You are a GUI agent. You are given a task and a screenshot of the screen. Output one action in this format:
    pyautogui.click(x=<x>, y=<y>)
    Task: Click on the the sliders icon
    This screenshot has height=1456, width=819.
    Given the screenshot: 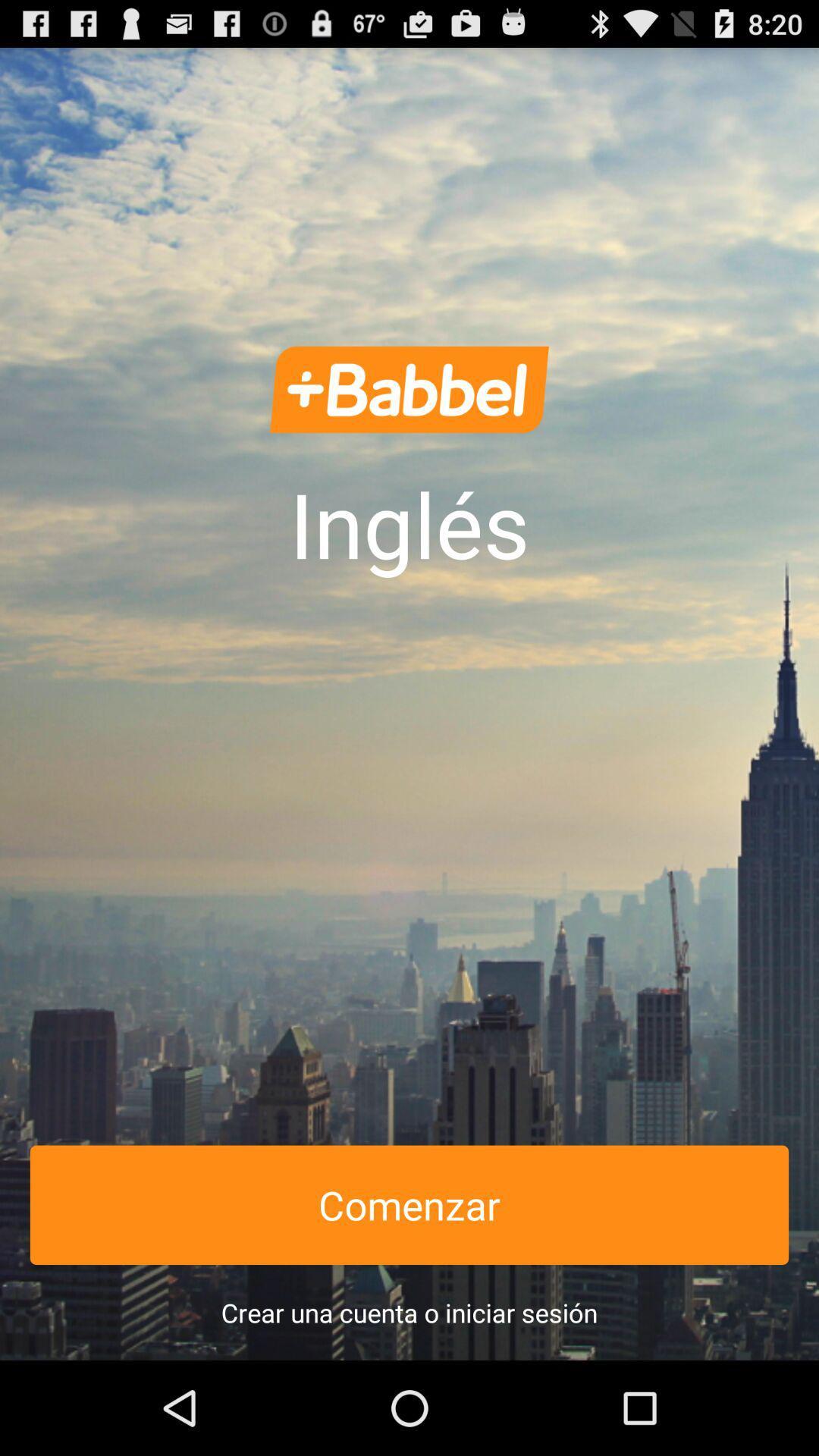 What is the action you would take?
    pyautogui.click(x=409, y=417)
    